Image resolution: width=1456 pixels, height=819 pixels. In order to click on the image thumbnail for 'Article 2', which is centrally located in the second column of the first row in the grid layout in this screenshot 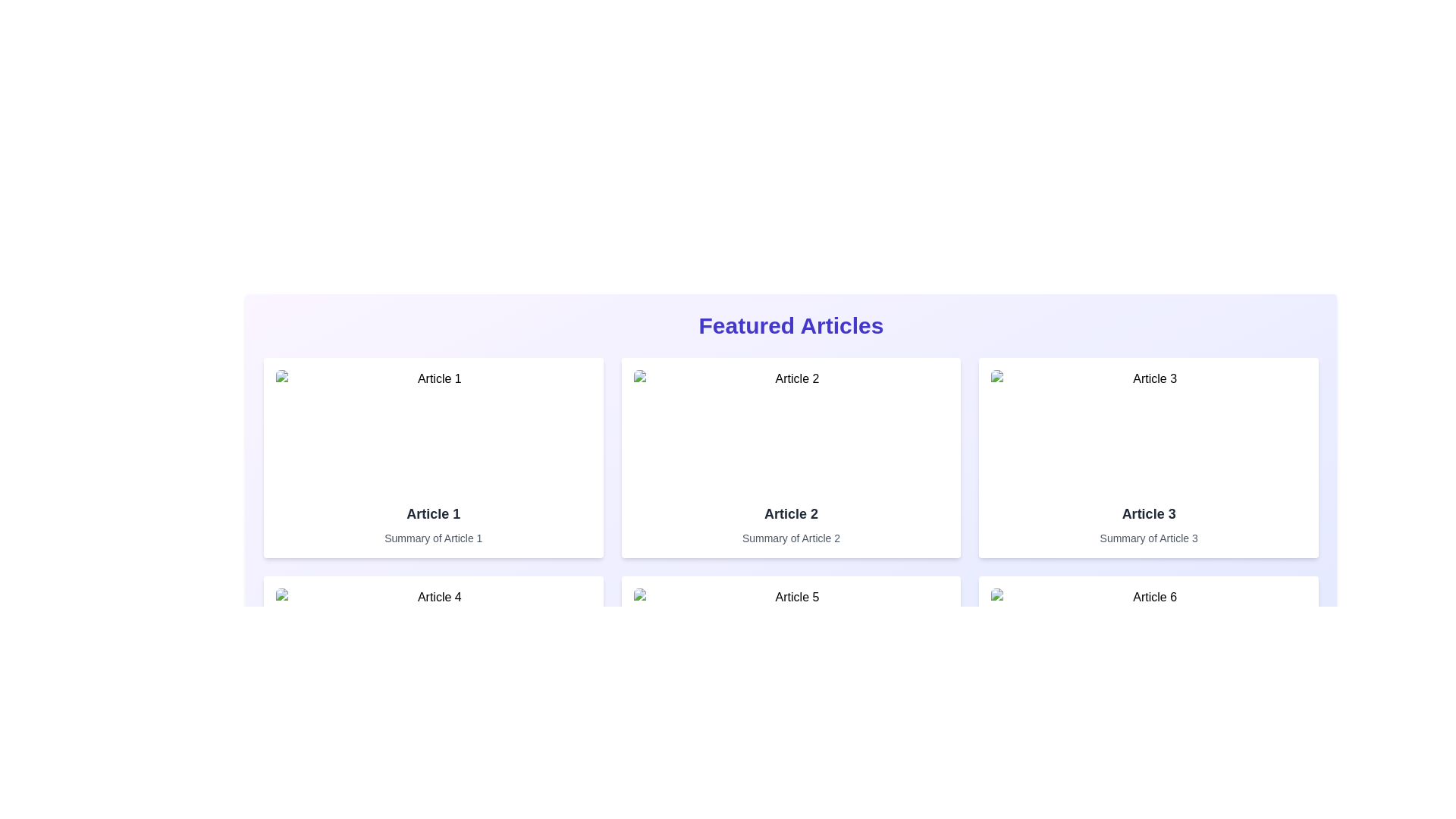, I will do `click(790, 430)`.